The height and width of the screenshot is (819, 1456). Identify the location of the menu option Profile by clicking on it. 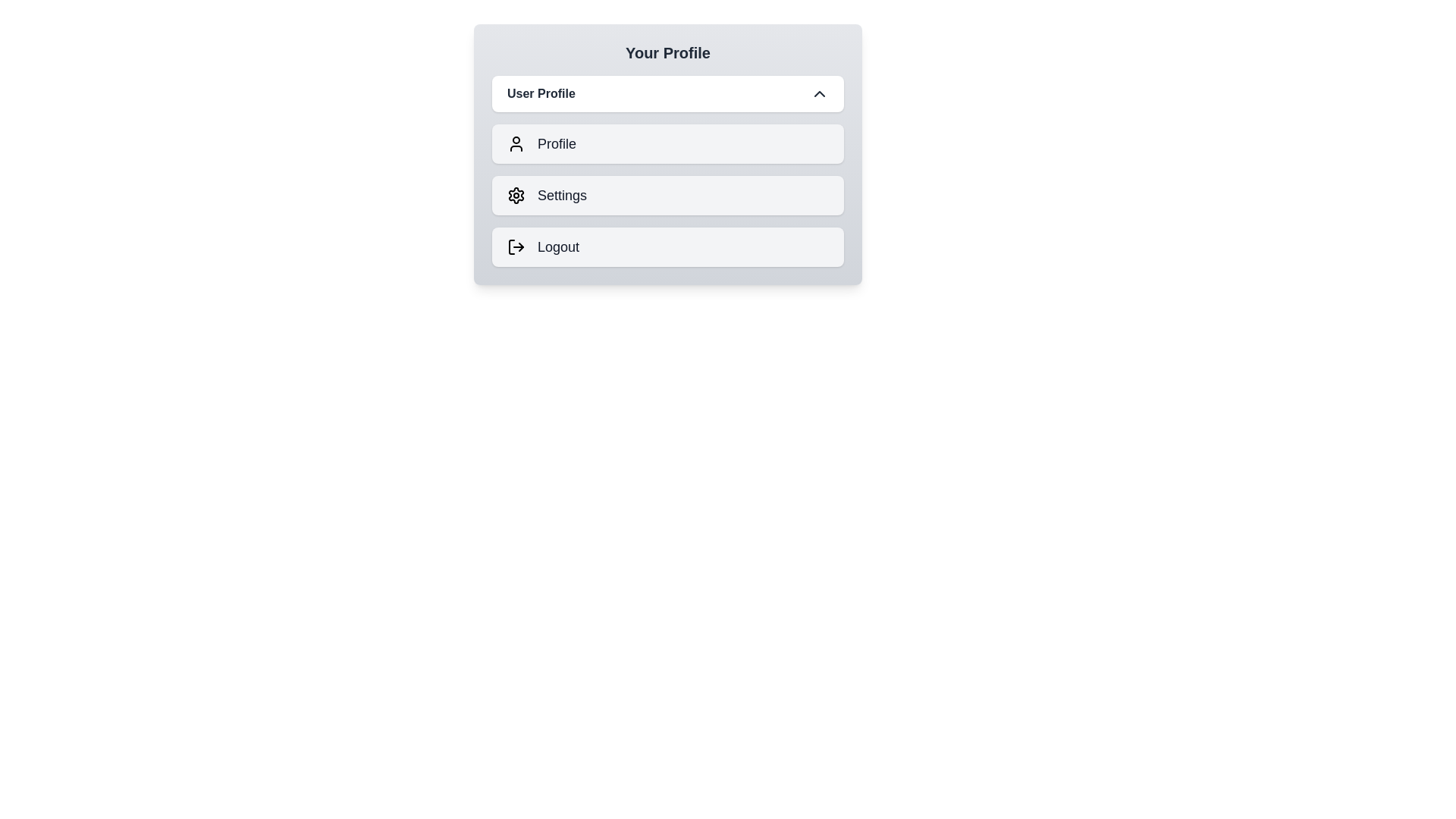
(667, 143).